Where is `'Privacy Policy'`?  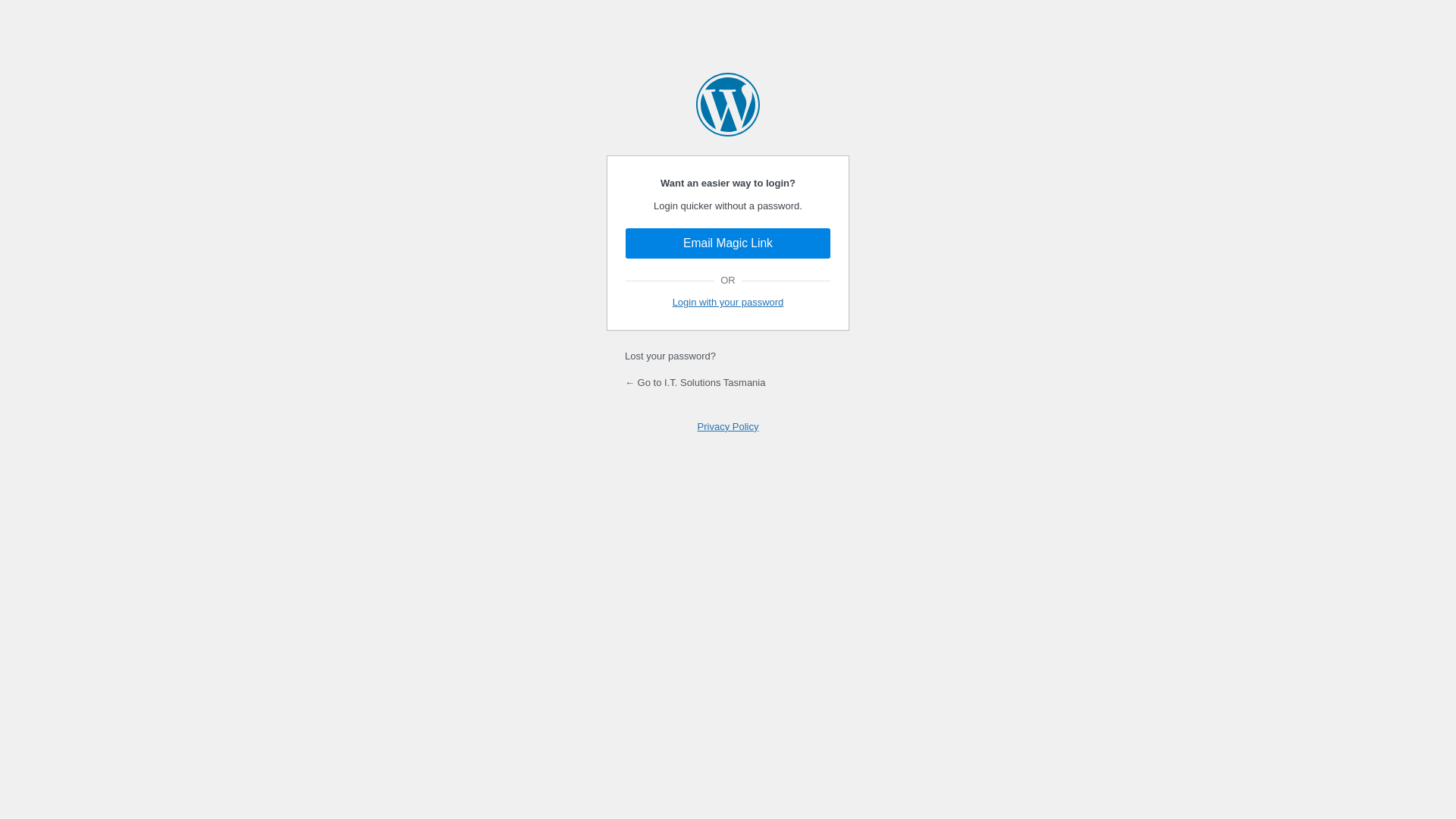 'Privacy Policy' is located at coordinates (728, 426).